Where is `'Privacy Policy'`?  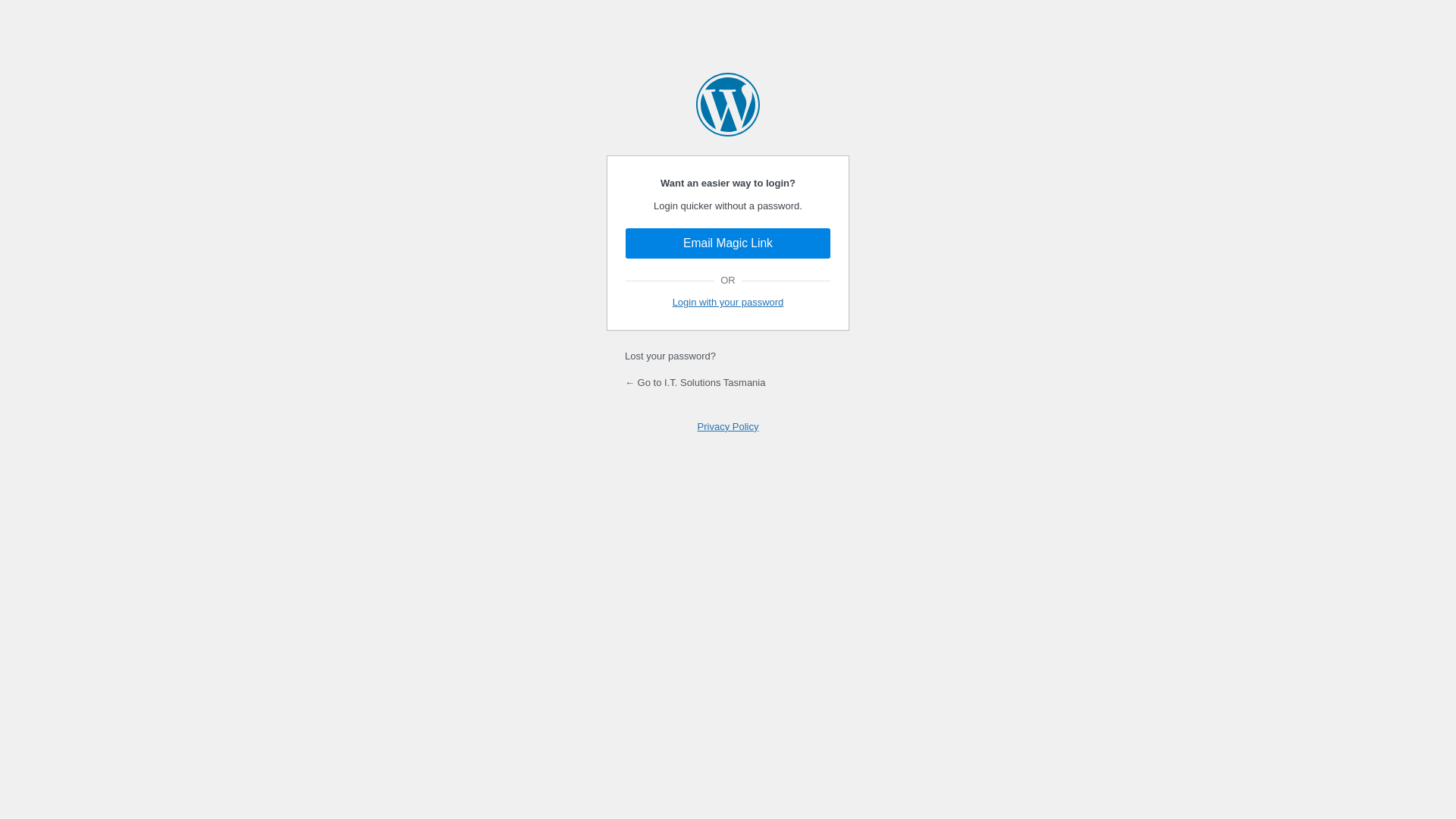 'Privacy Policy' is located at coordinates (728, 426).